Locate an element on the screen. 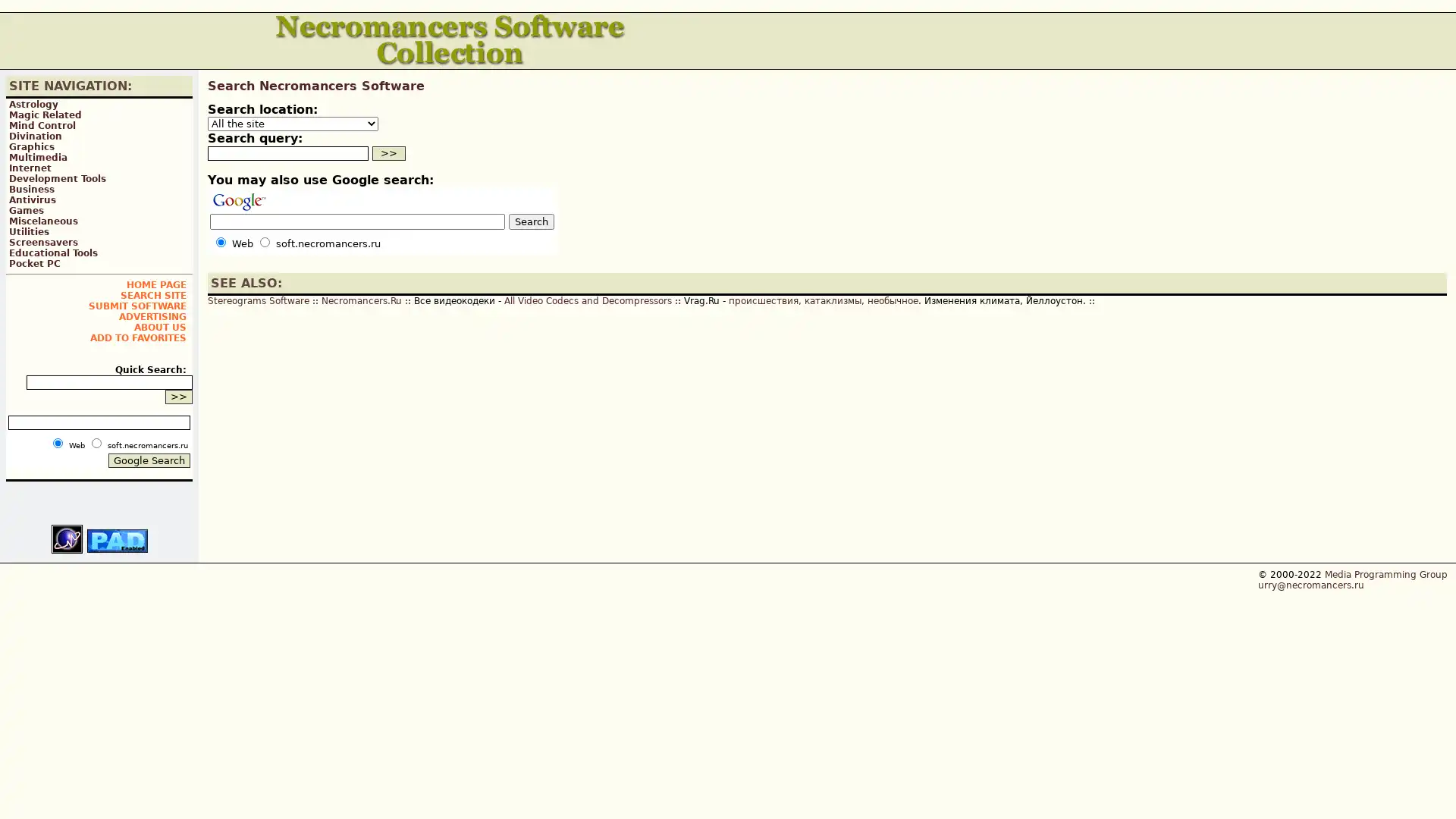  Search is located at coordinates (531, 221).